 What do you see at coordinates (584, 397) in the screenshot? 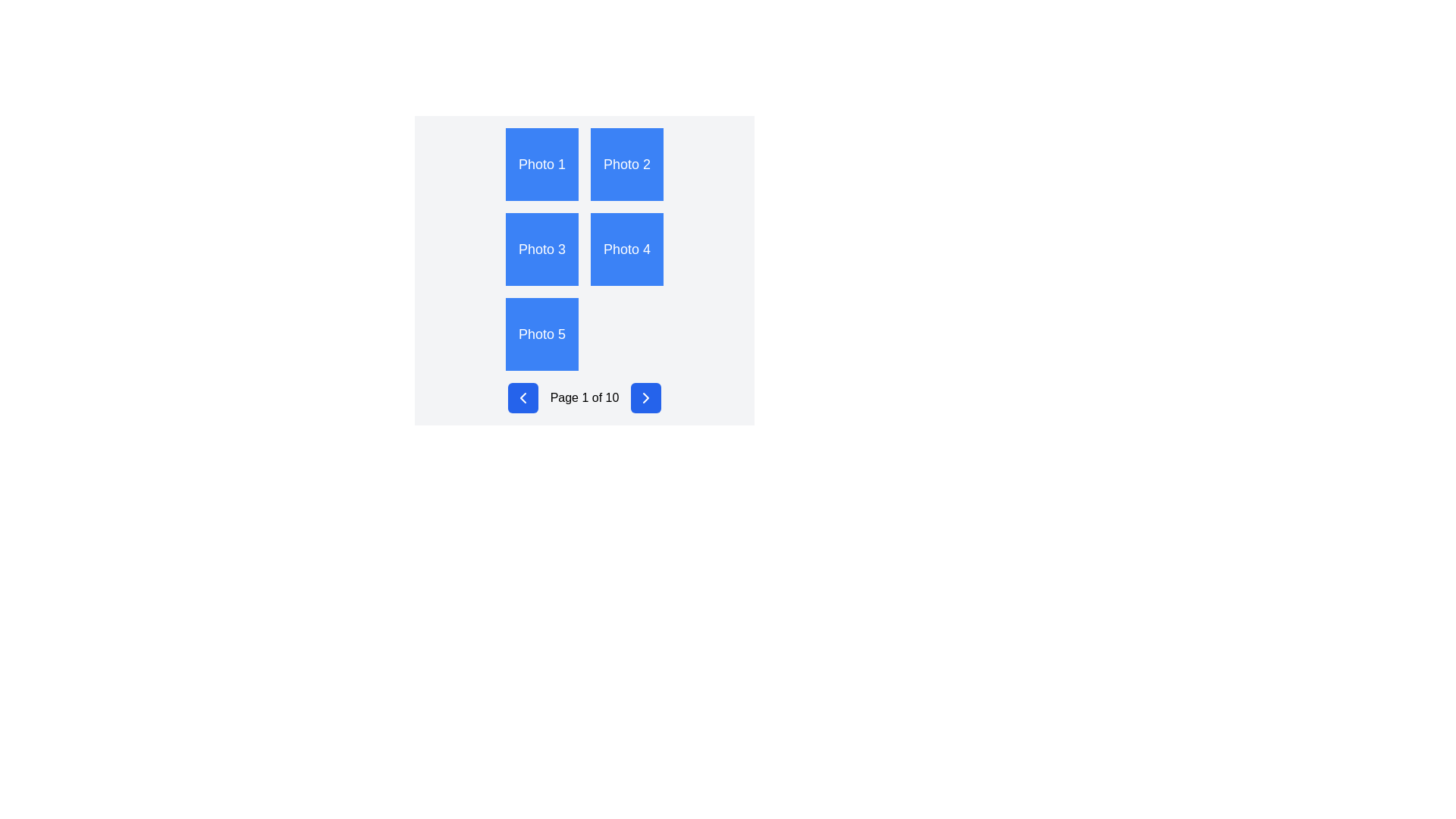
I see `the Label element displaying 'Page 1 of 10', located at the bottom center of the interface, flanked by navigational buttons` at bounding box center [584, 397].